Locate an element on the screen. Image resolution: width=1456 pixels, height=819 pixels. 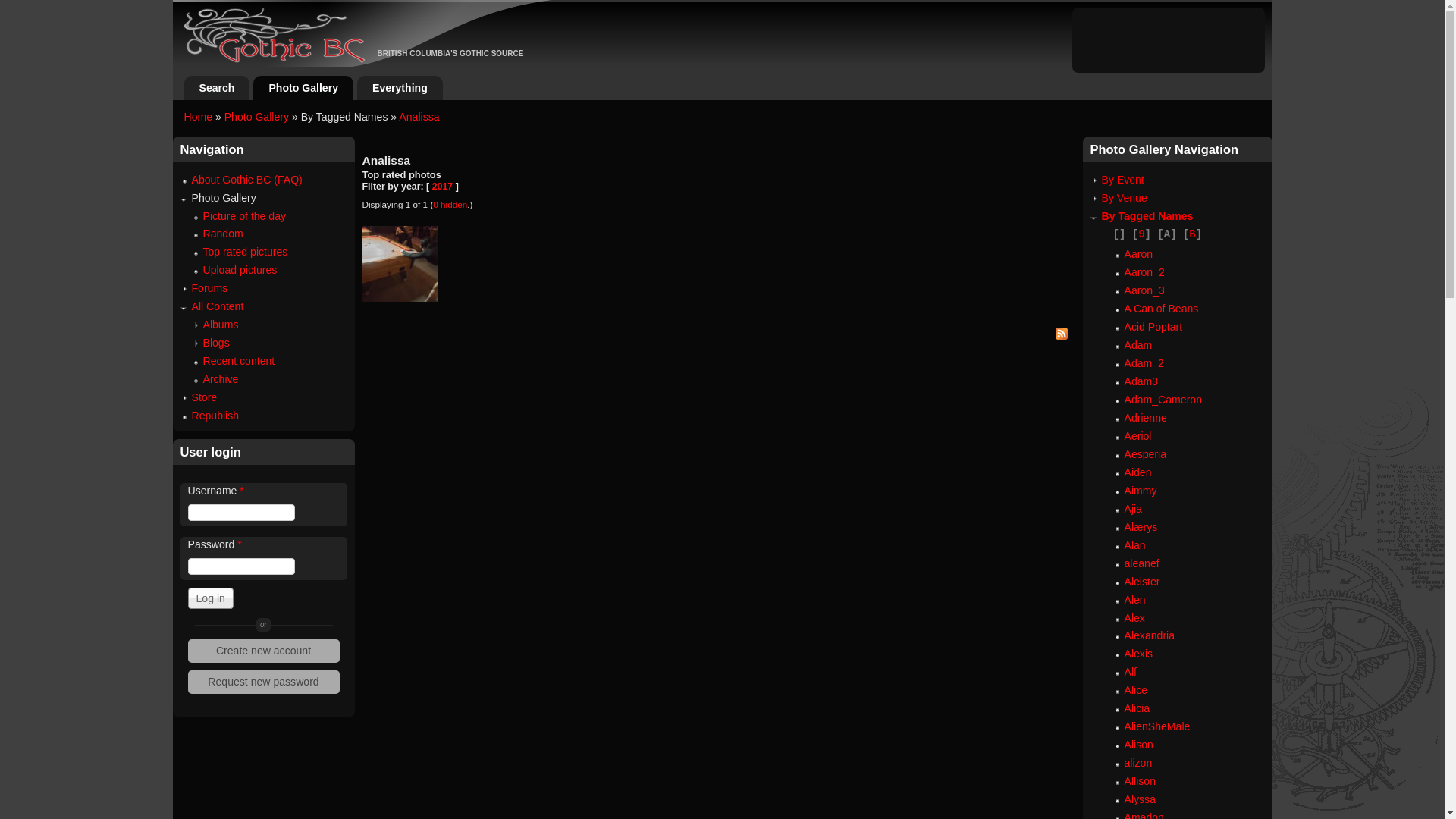
'About Gothic BC (FAQ)' is located at coordinates (246, 178).